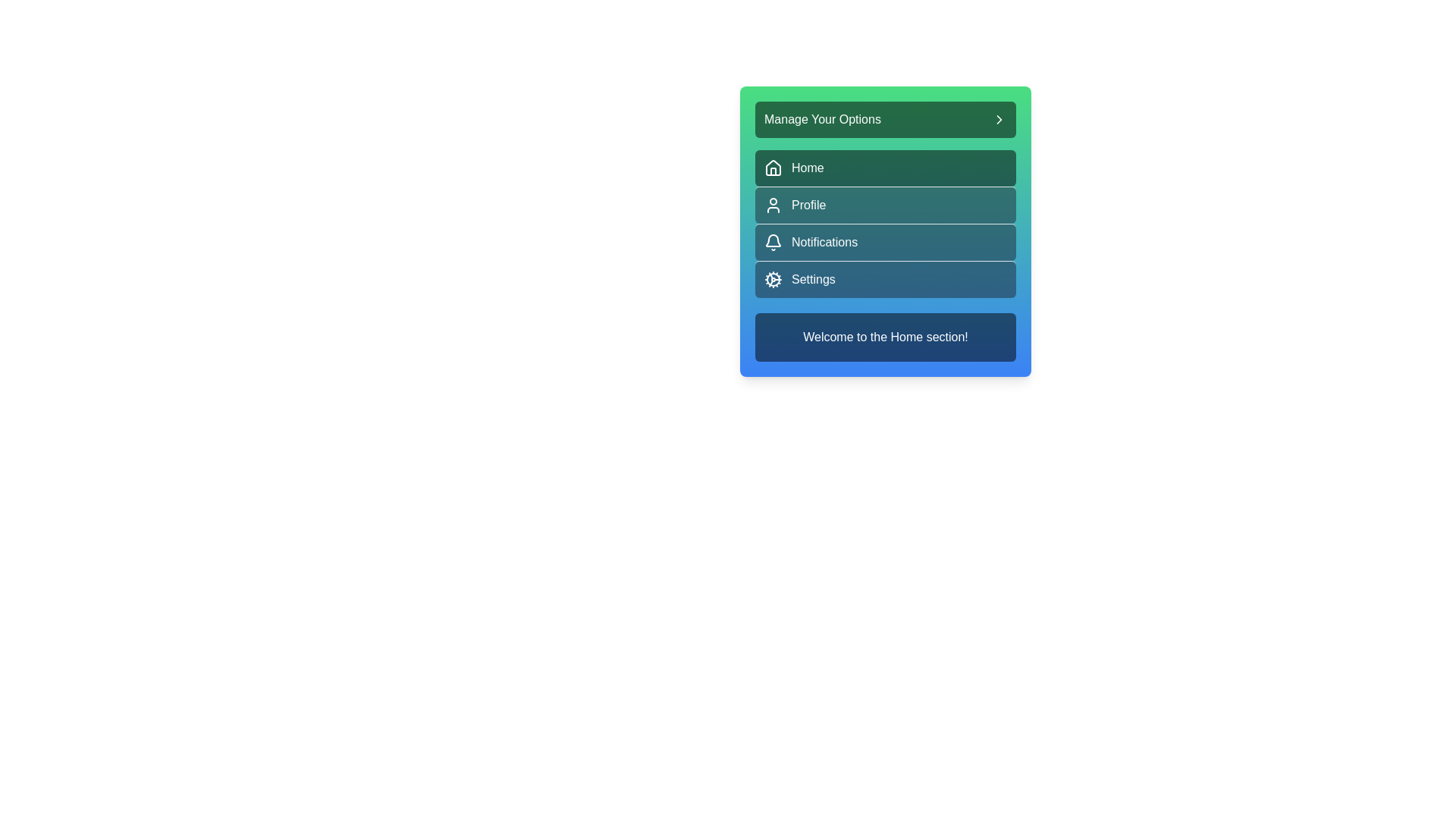 The image size is (1456, 819). What do you see at coordinates (773, 205) in the screenshot?
I see `the 'Profile' icon located to the left of the text 'Profile' in the menu, which serves as a visual cue for the Profile function` at bounding box center [773, 205].